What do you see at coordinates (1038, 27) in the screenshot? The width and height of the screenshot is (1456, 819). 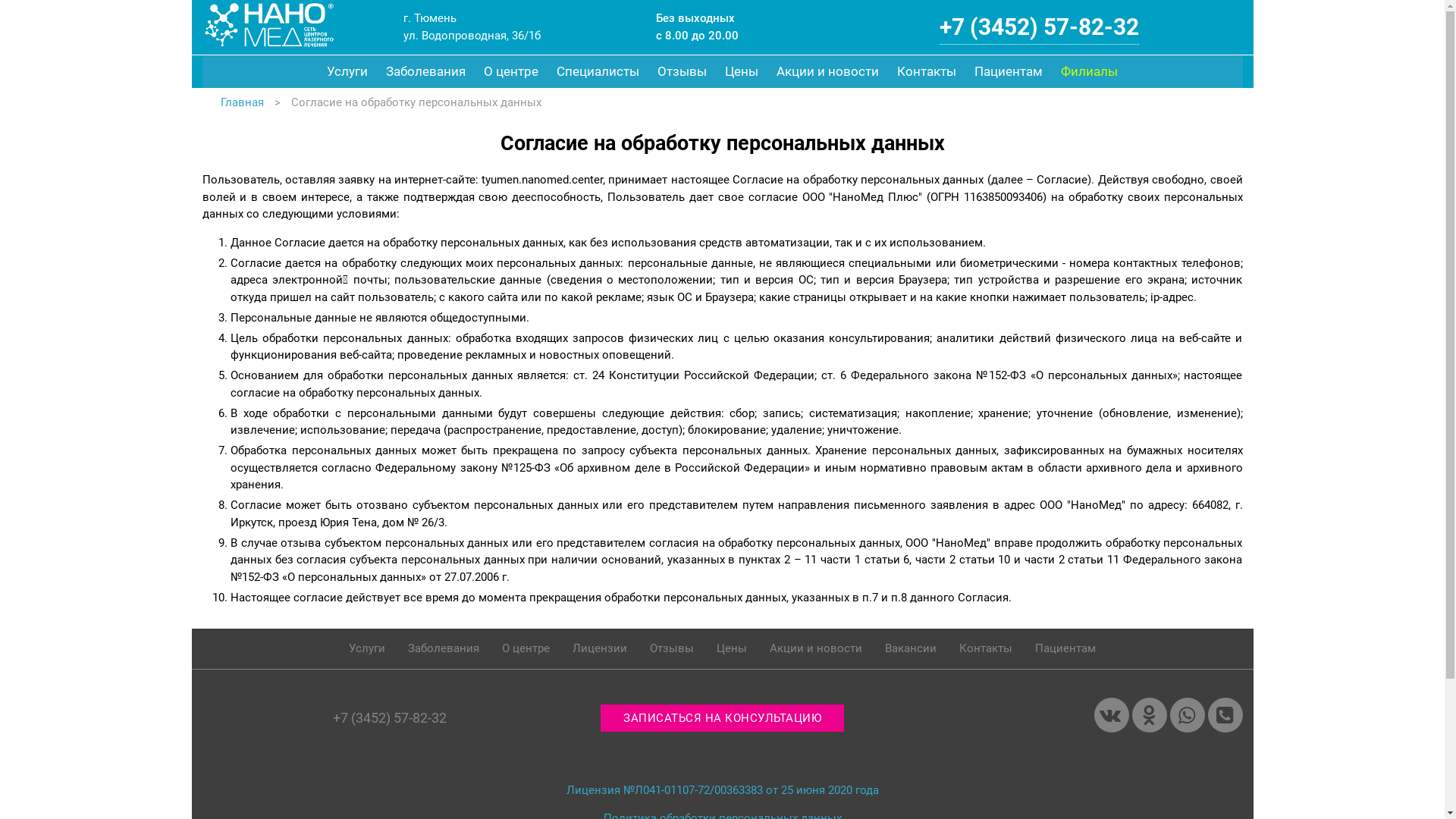 I see `'+7 (3452) 57-82-32'` at bounding box center [1038, 27].